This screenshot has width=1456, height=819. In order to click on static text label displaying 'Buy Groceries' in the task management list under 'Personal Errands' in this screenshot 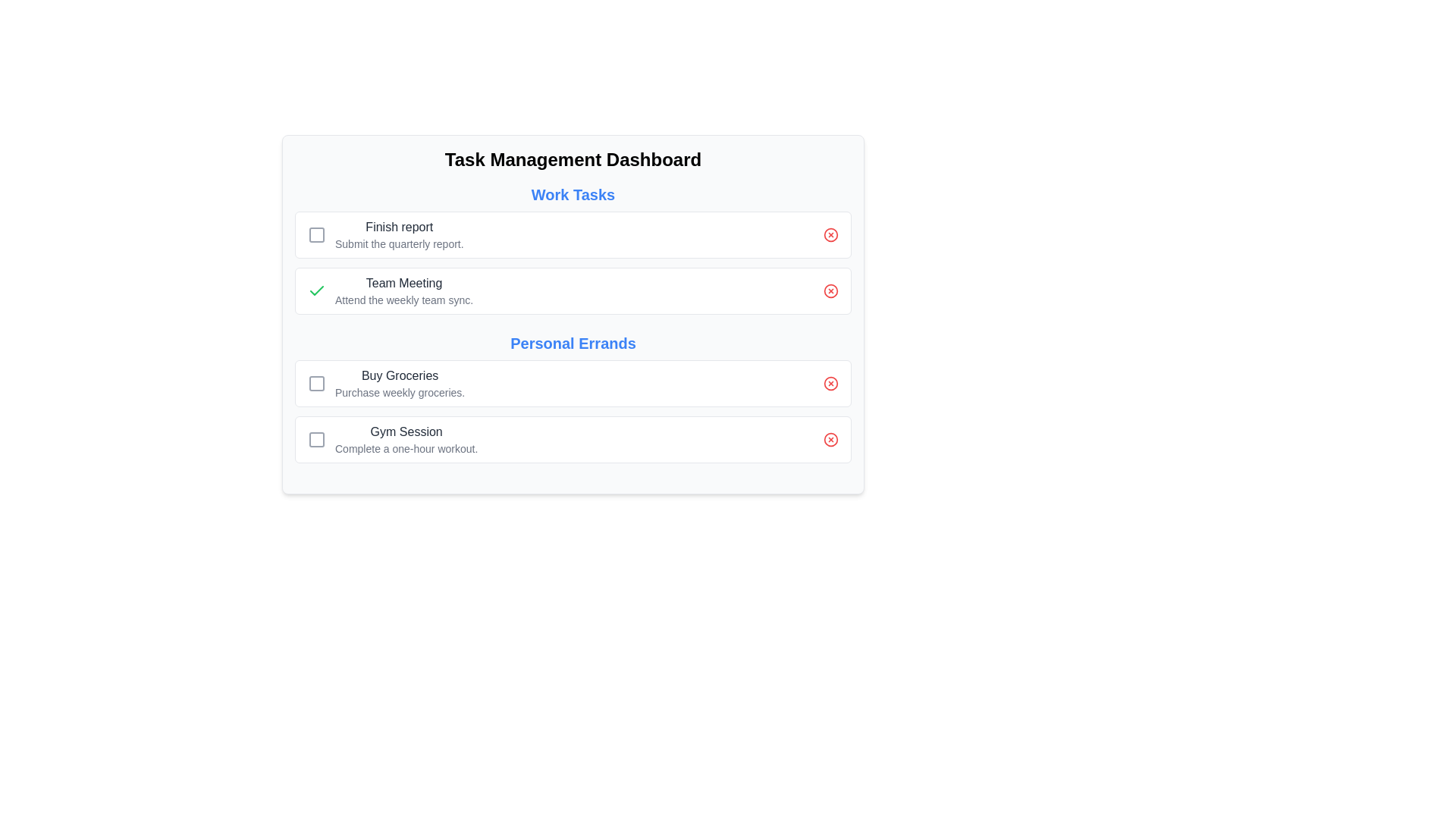, I will do `click(400, 375)`.